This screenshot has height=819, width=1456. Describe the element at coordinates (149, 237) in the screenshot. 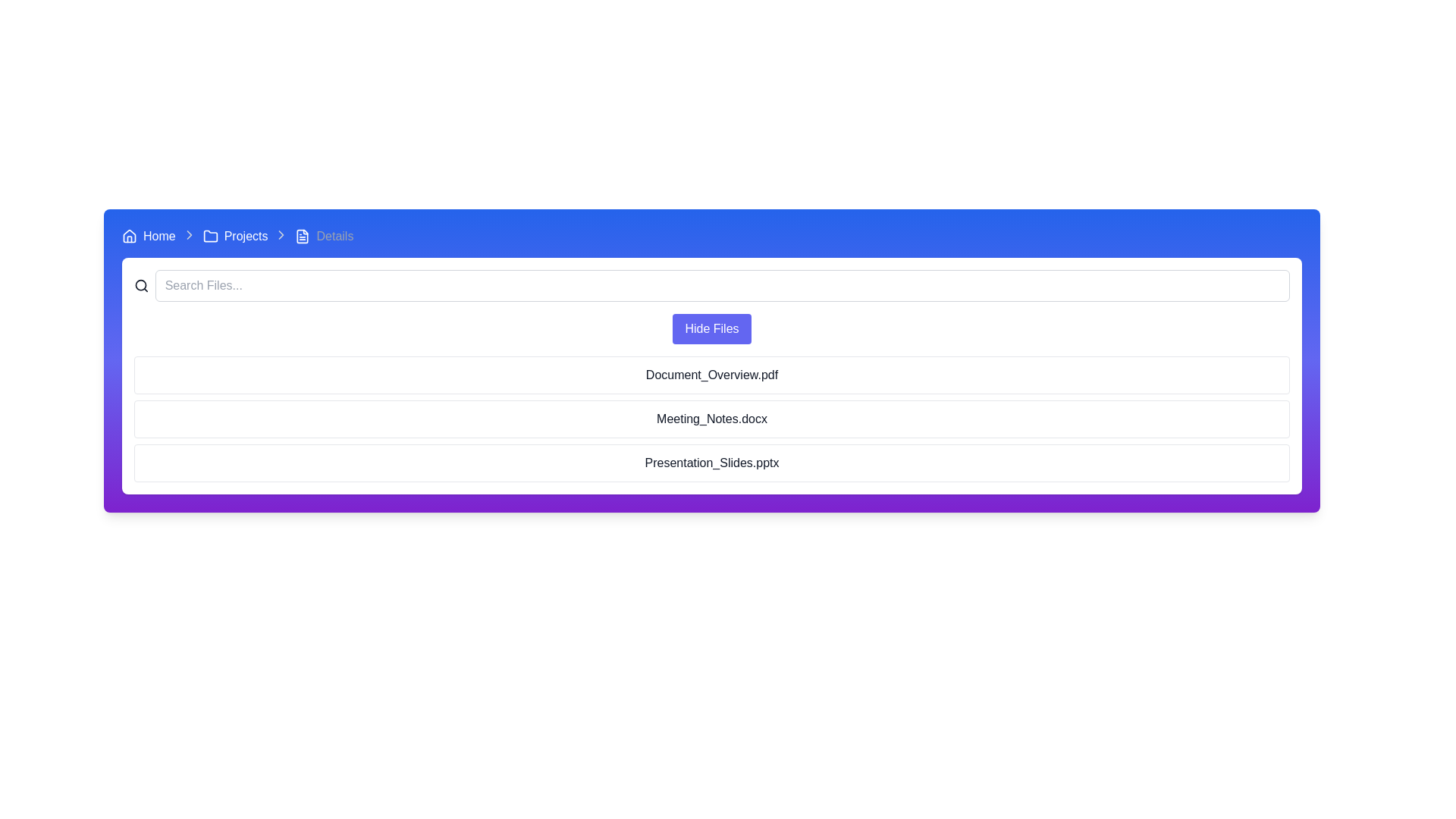

I see `the 'Home' link in the breadcrumb navigation bar, which consists of a house icon followed by the text 'Home' in blue font` at that location.